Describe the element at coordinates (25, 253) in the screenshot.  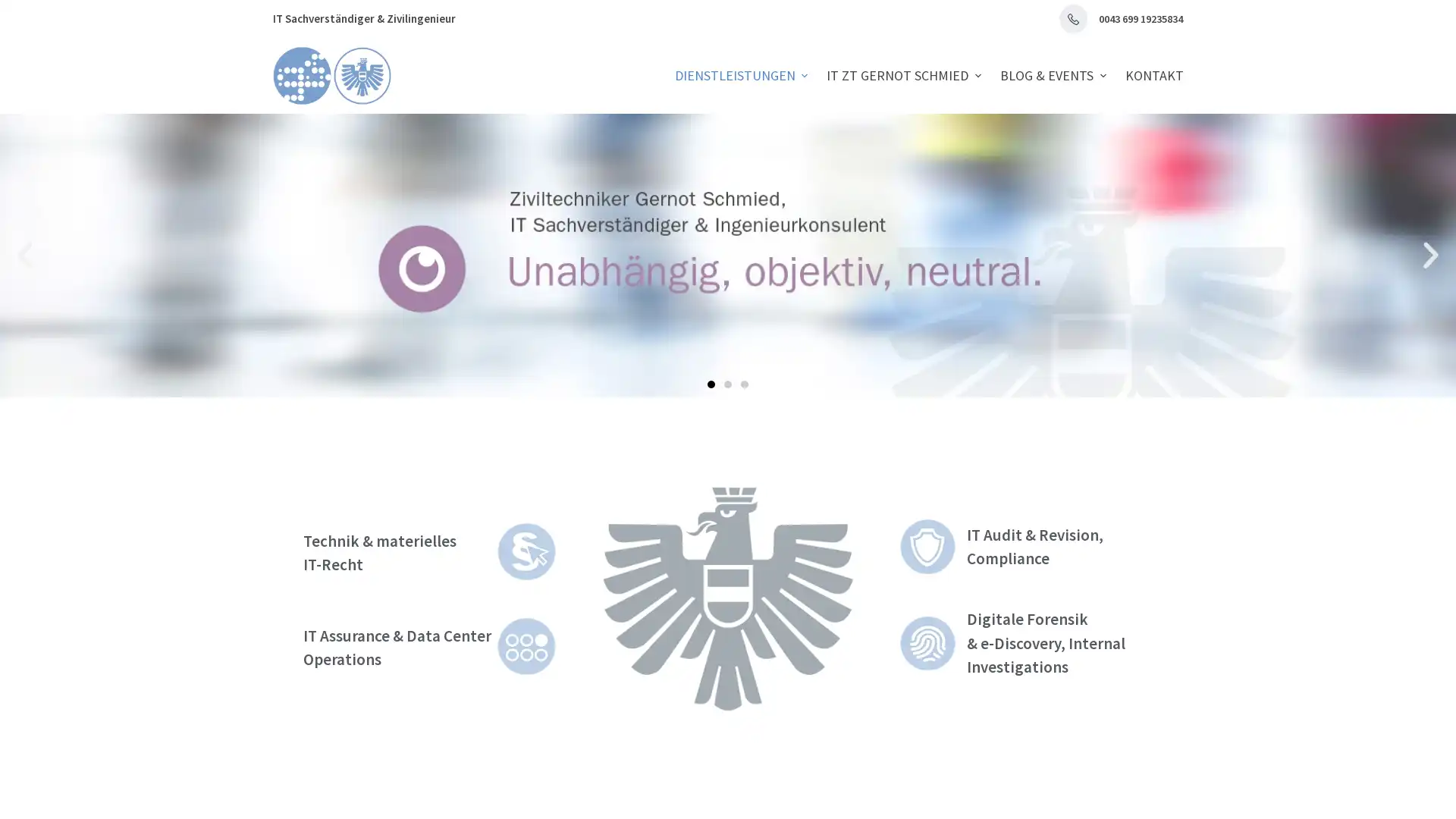
I see `Previous slide` at that location.